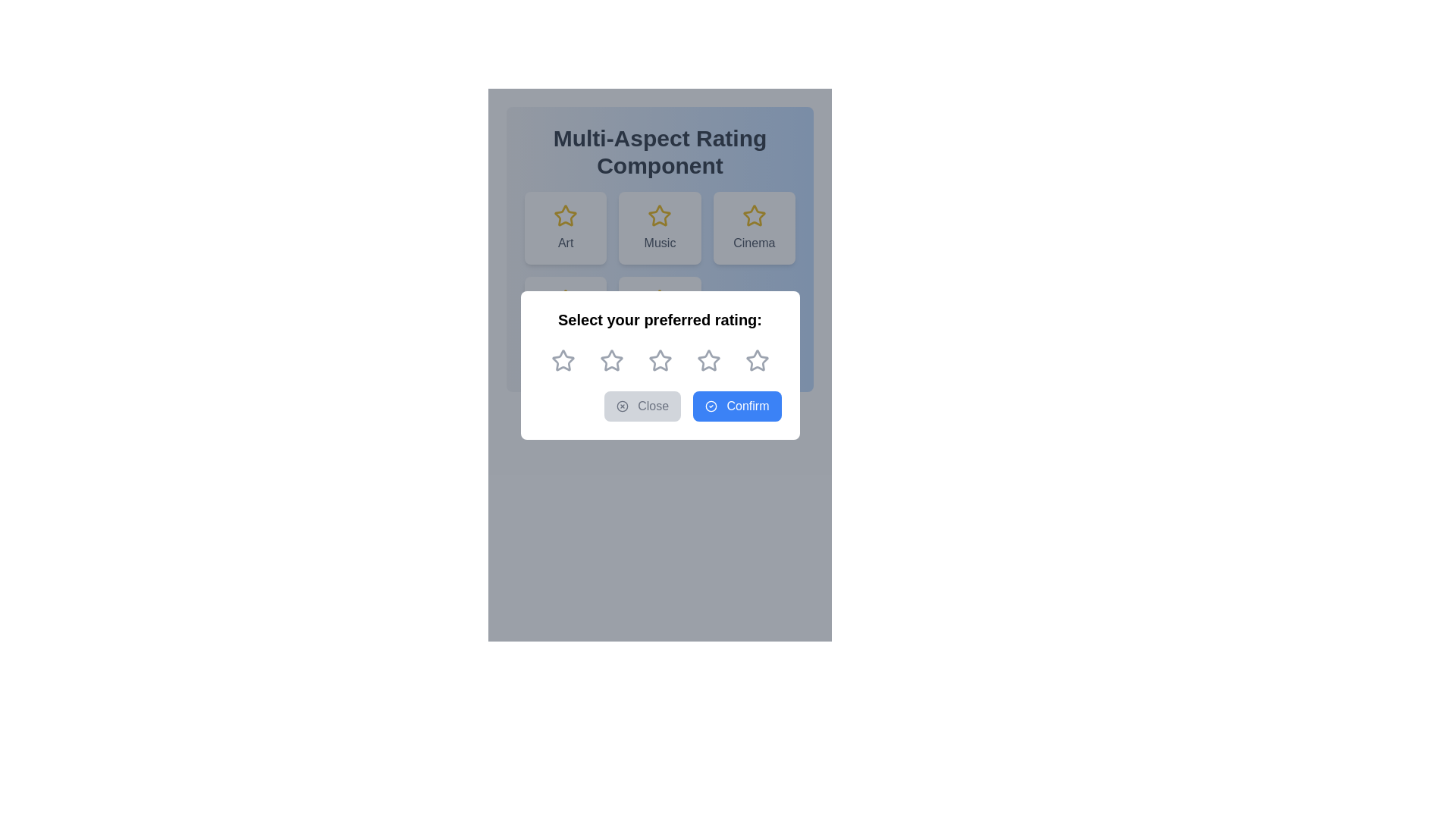 This screenshot has width=1456, height=819. Describe the element at coordinates (660, 215) in the screenshot. I see `the second star icon labeled 'Music' in the 'Multi-Aspect Rating Component'` at that location.